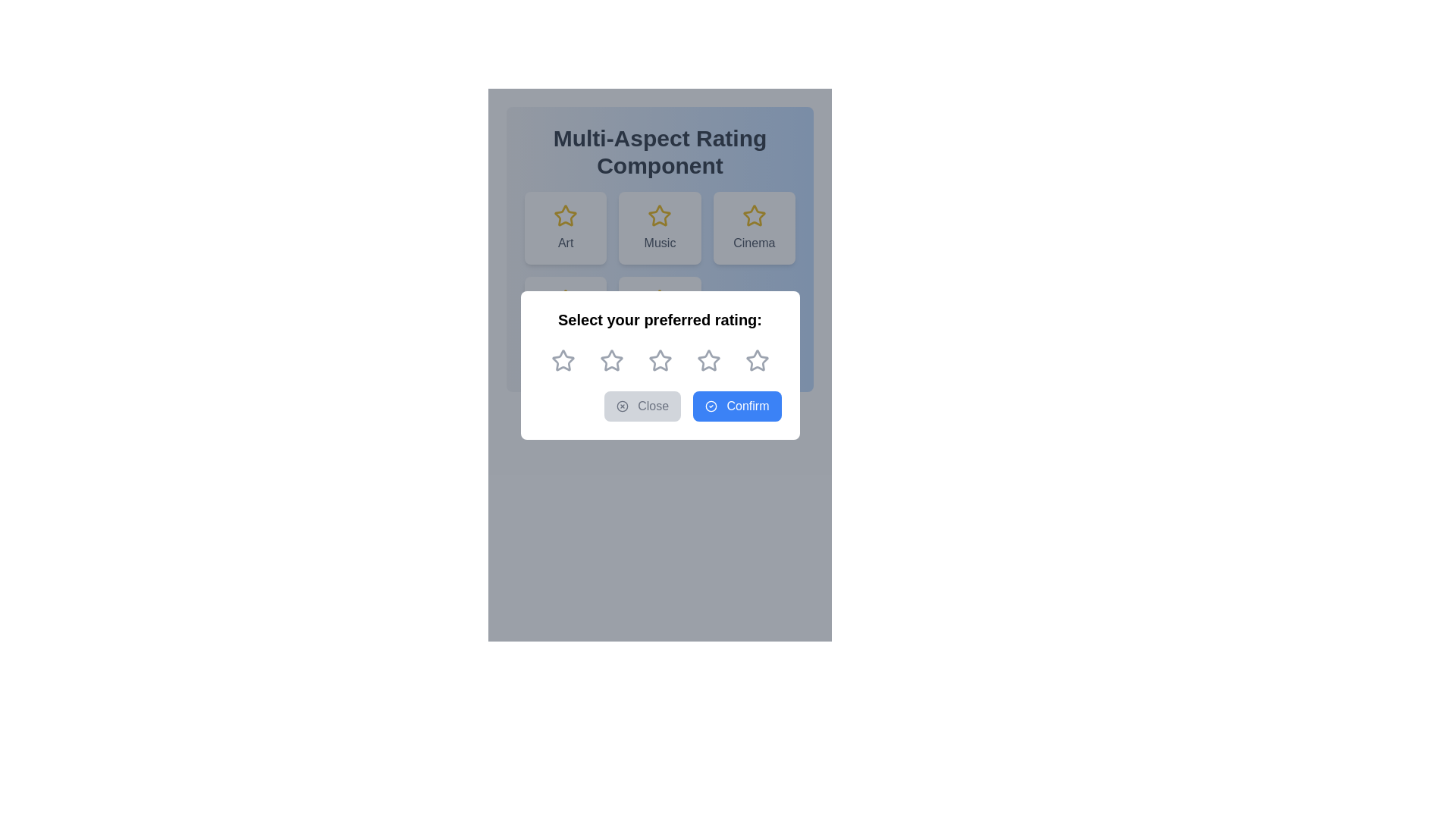 This screenshot has width=1456, height=819. Describe the element at coordinates (660, 215) in the screenshot. I see `the second star icon labeled 'Music' in the 'Multi-Aspect Rating Component'` at that location.